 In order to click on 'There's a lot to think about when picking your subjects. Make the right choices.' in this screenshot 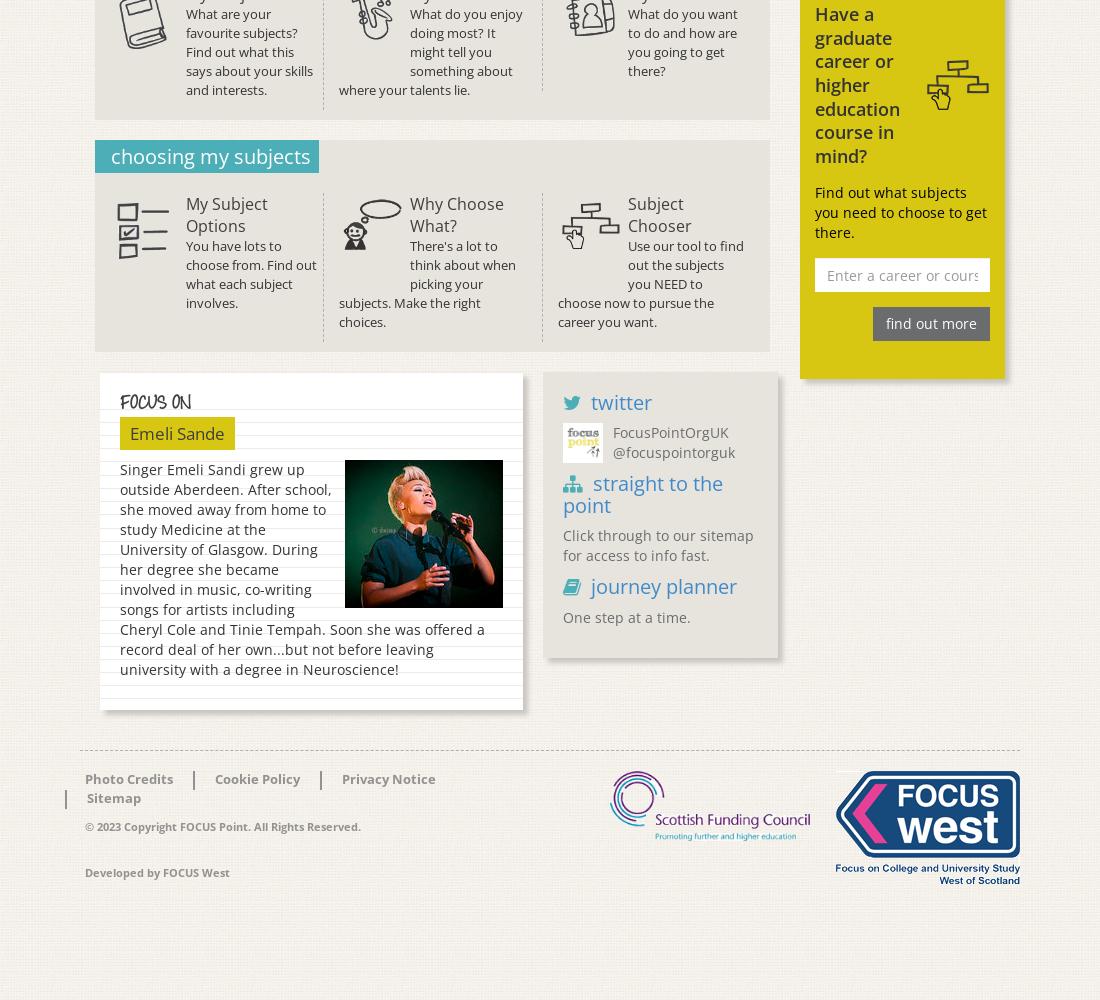, I will do `click(426, 283)`.